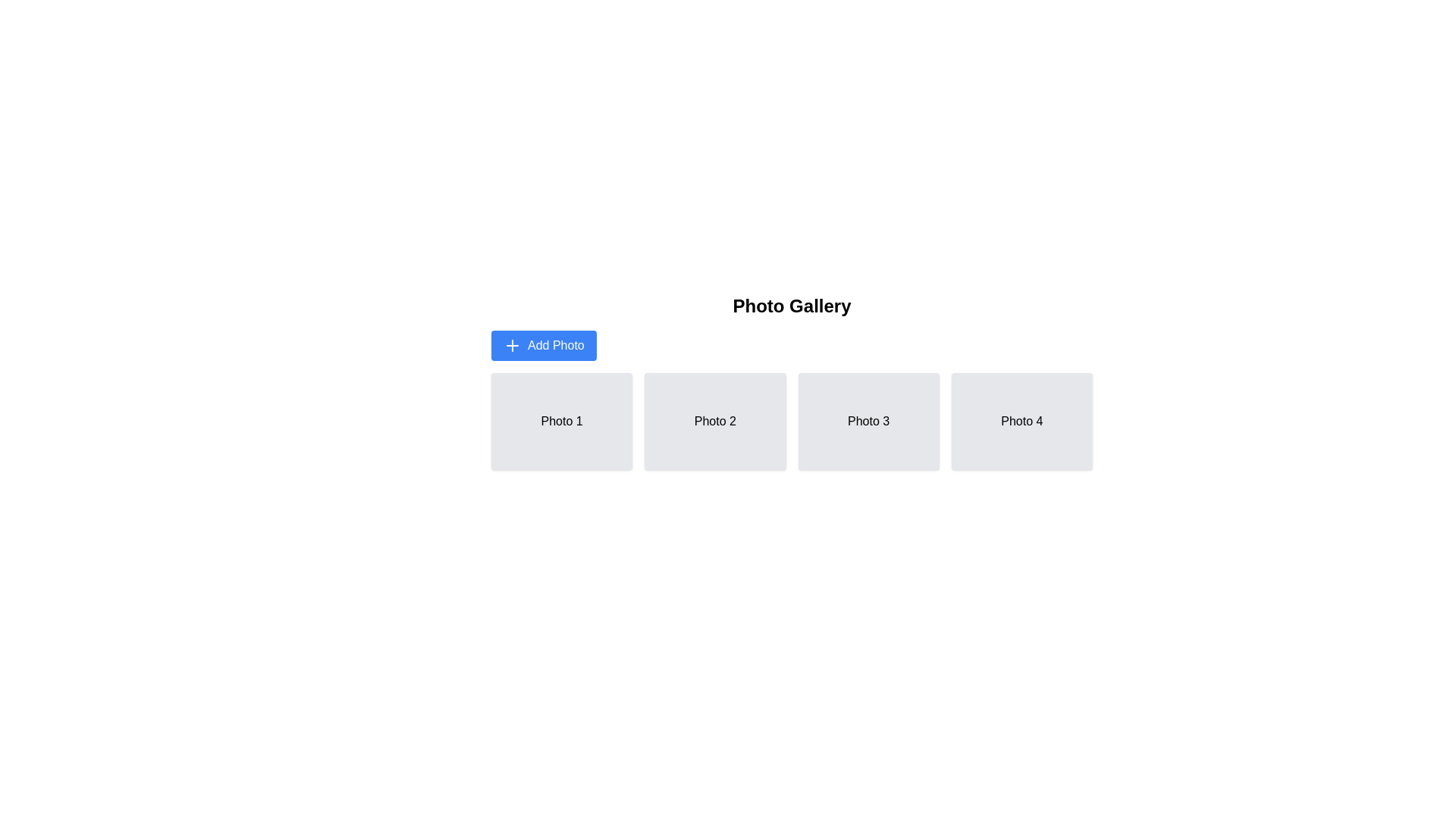 The image size is (1456, 819). What do you see at coordinates (714, 421) in the screenshot?
I see `the informational tile representing 'Photo 2' in the photo gallery grid layout` at bounding box center [714, 421].